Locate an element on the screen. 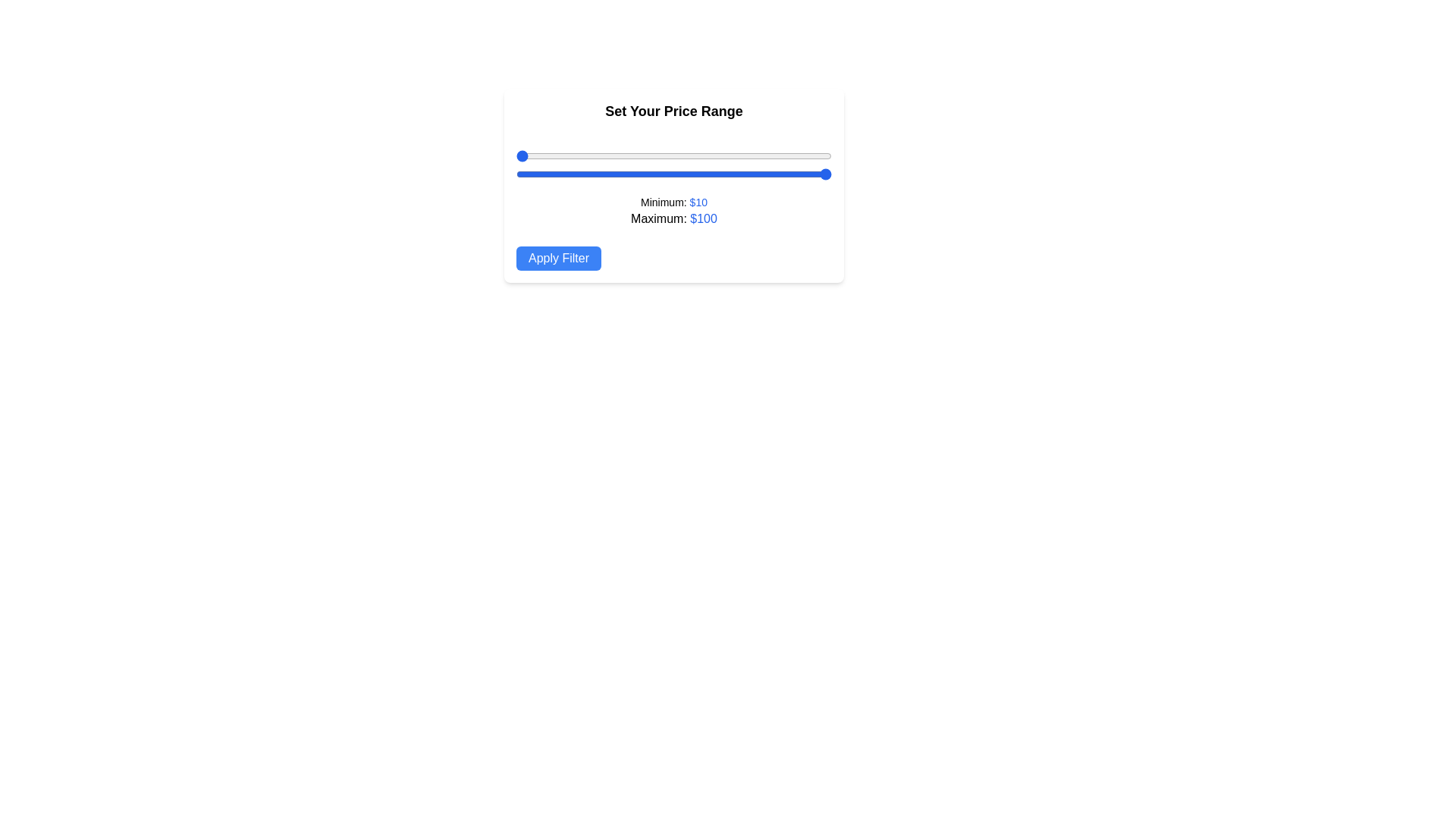 This screenshot has width=1456, height=819. the slider position is located at coordinates (649, 155).